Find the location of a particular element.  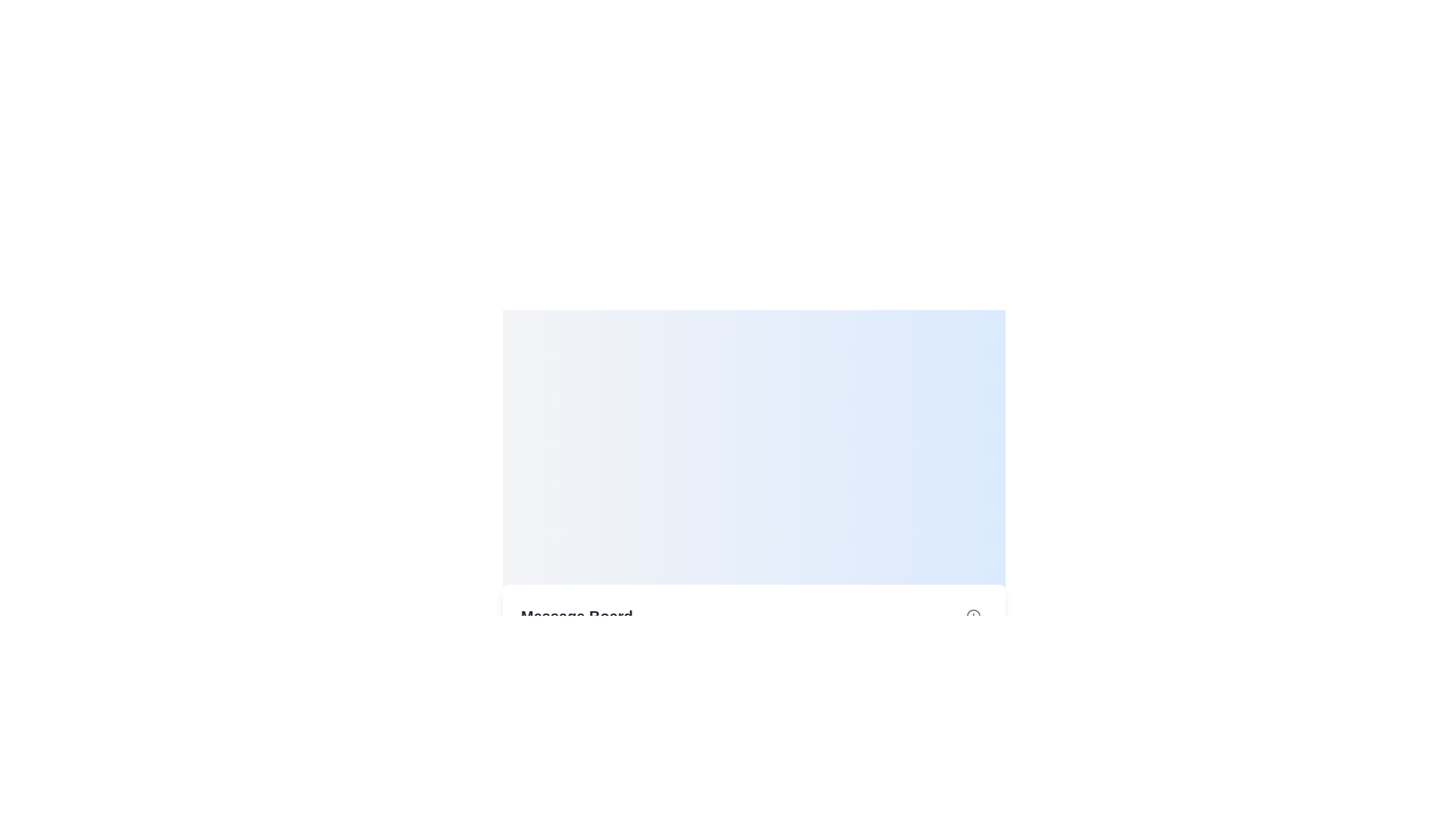

the 'Message Board' text element, which is styled in a bold, extra-large font and positioned prominently near the top-left of the content section is located at coordinates (576, 616).